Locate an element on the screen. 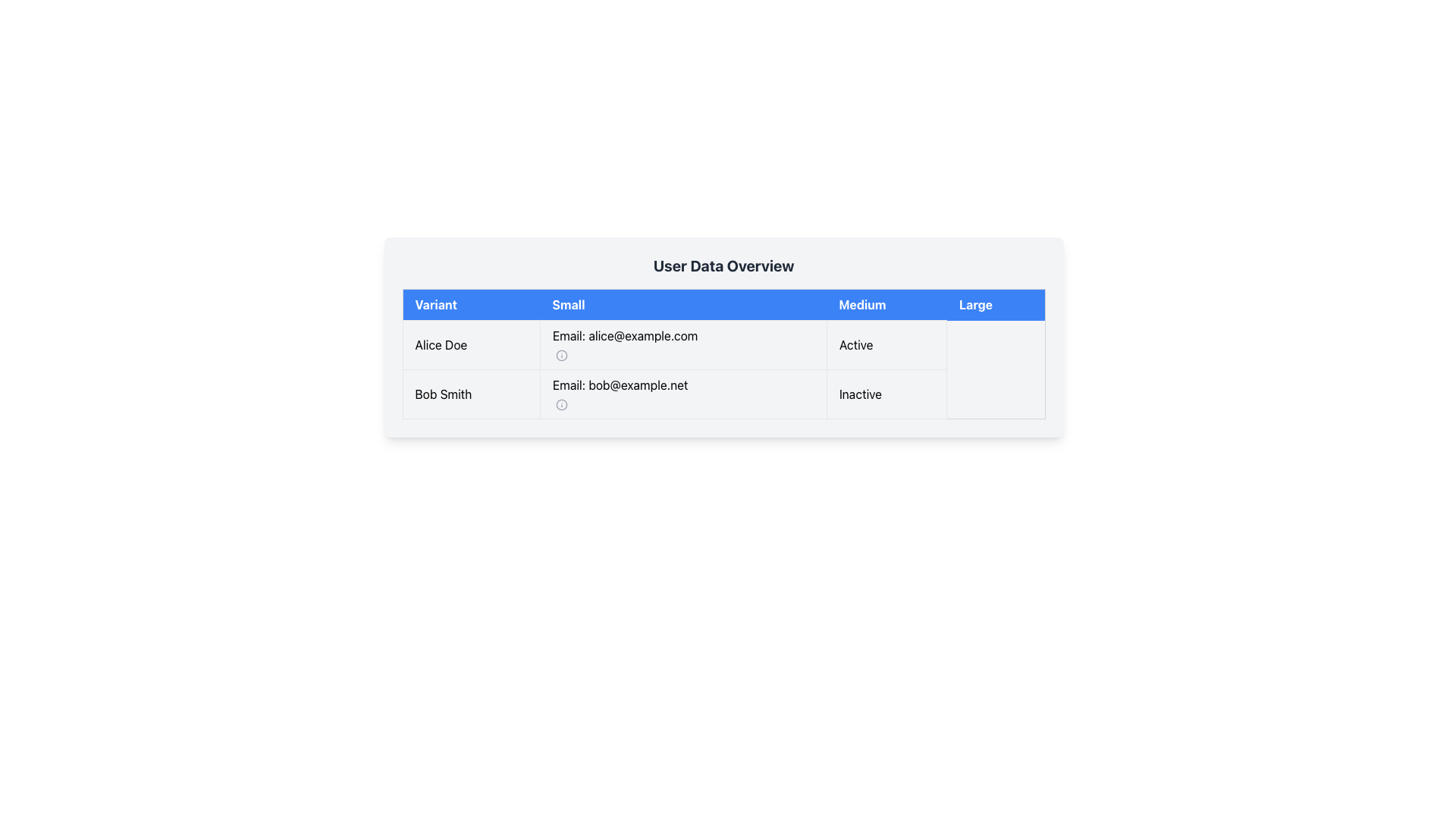 This screenshot has height=819, width=1456. email value displayed in the text label showing 'Email: bob@example.net' located in the second row of the 'User Data Overview' data table is located at coordinates (682, 394).